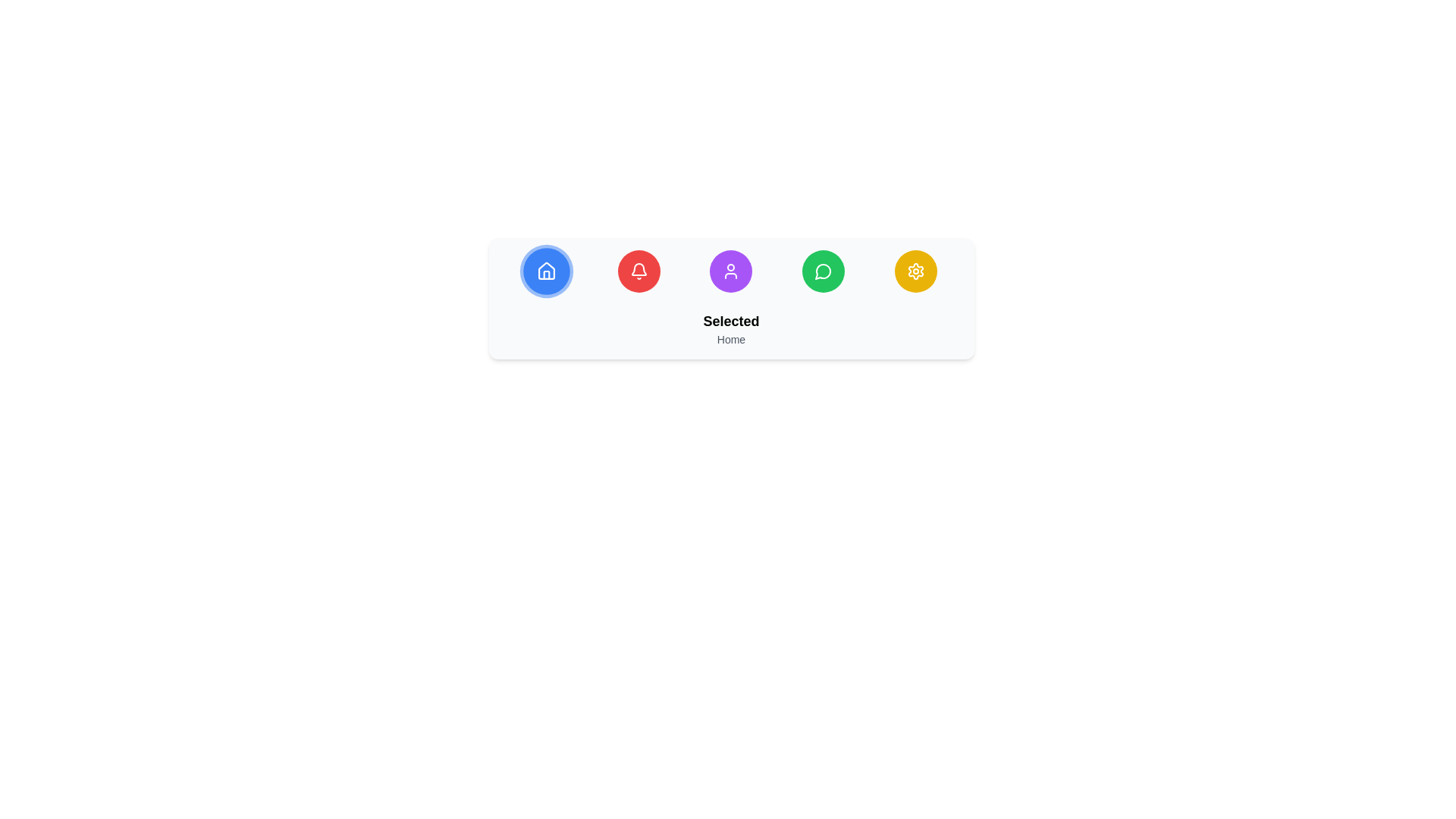  What do you see at coordinates (915, 271) in the screenshot?
I see `the circular button with a yellow background and a white gear icon, which is the last button on the right in a horizontal navigation bar` at bounding box center [915, 271].